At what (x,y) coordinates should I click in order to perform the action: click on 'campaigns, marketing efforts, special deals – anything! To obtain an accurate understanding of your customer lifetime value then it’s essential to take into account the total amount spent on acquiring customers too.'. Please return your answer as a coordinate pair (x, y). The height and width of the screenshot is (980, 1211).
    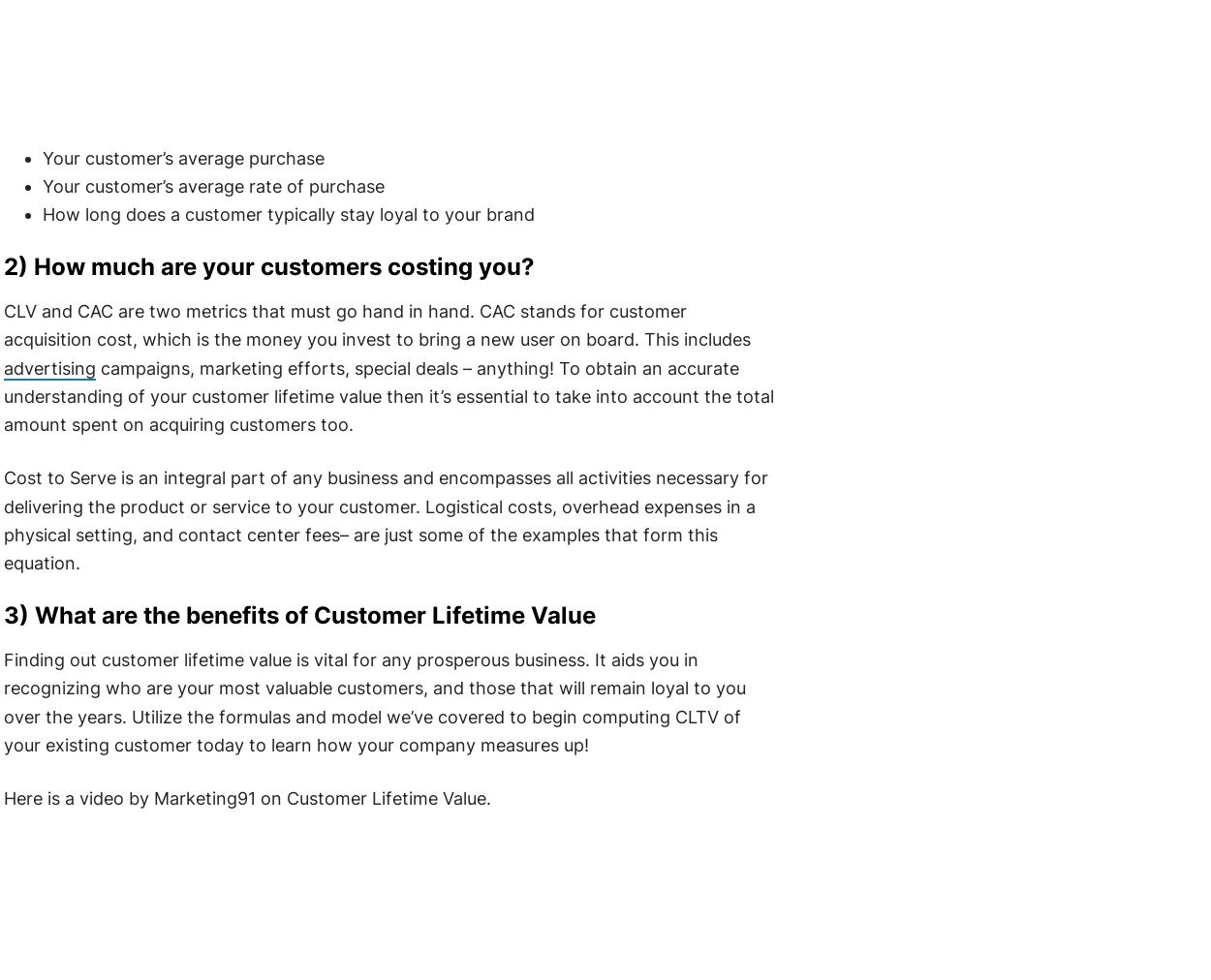
    Looking at the image, I should click on (388, 396).